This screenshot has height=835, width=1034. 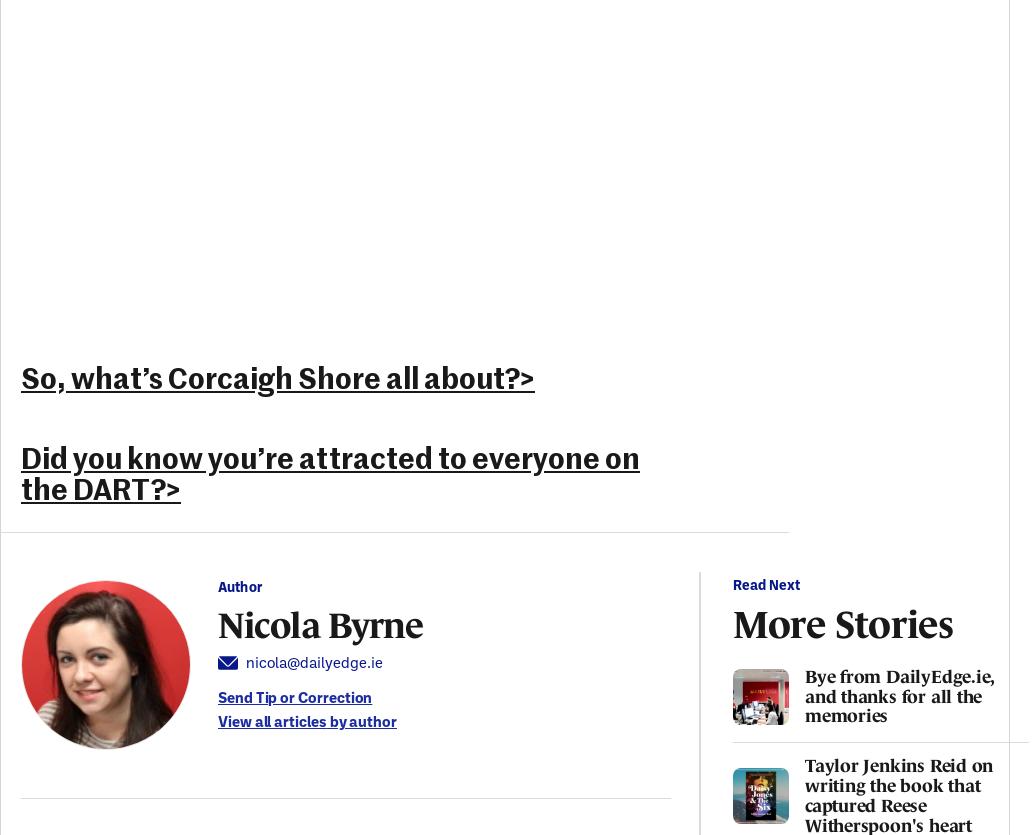 I want to click on 'Nicola Byrne', so click(x=319, y=622).